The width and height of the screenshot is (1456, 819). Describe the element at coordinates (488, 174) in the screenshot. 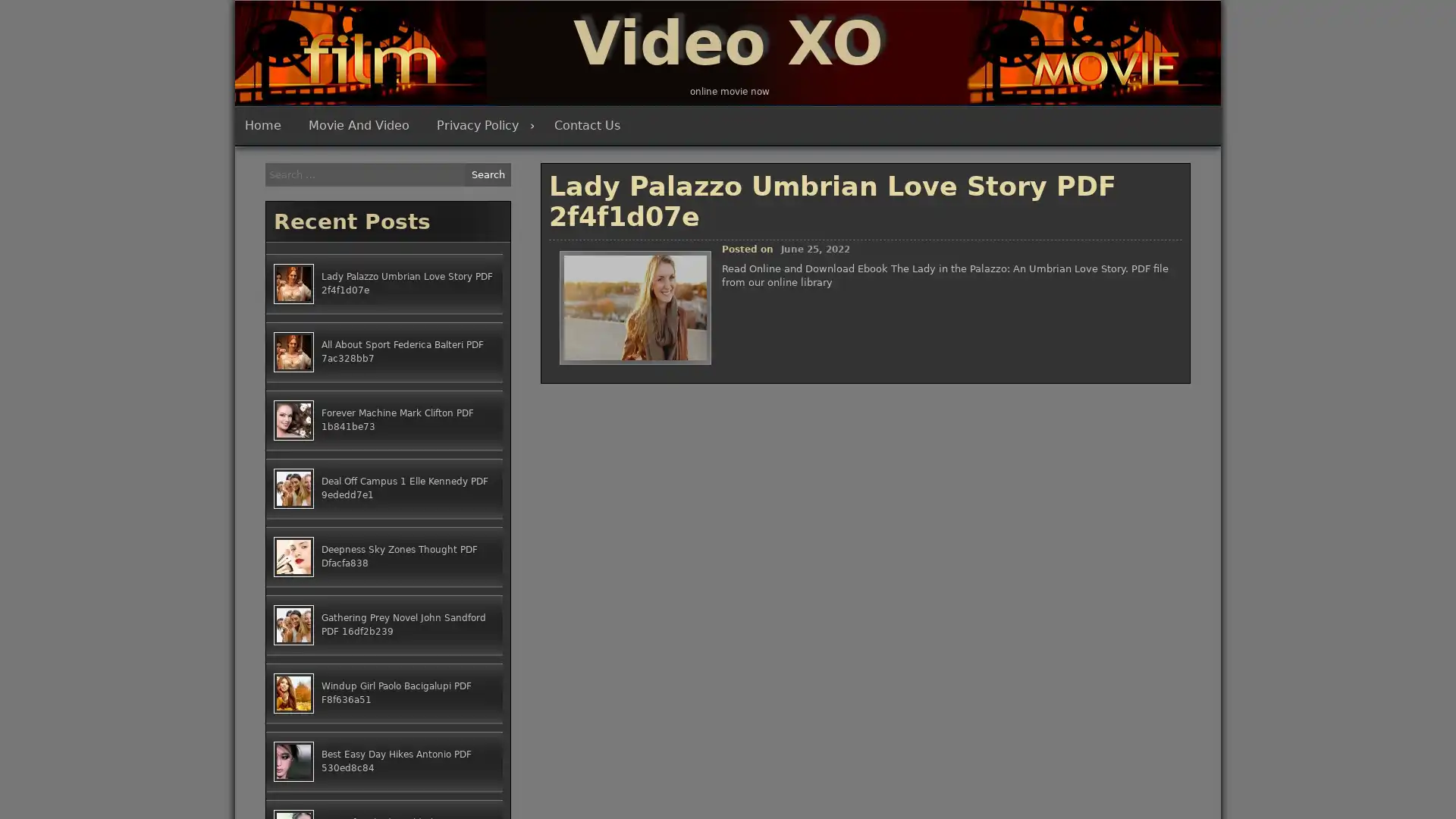

I see `Search` at that location.